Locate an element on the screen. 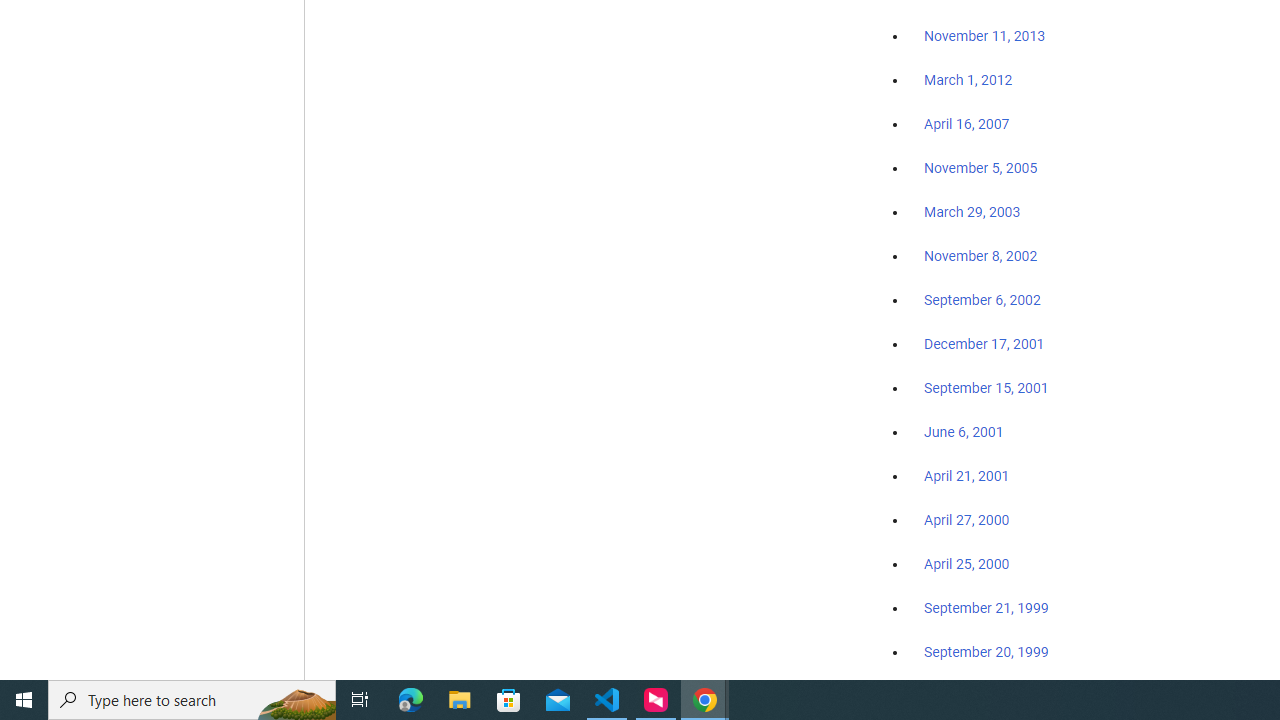 The height and width of the screenshot is (720, 1280). 'March 29, 2003' is located at coordinates (972, 212).